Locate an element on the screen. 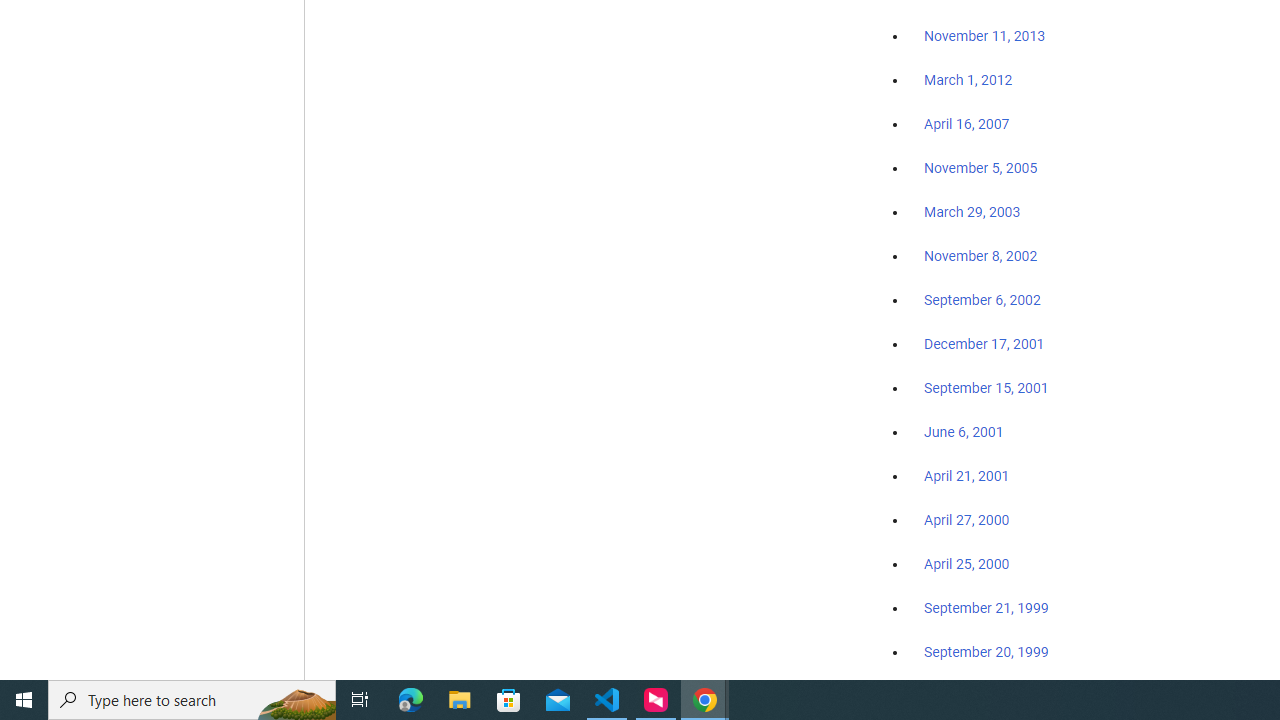 The height and width of the screenshot is (720, 1280). 'March 29, 2003' is located at coordinates (972, 212).